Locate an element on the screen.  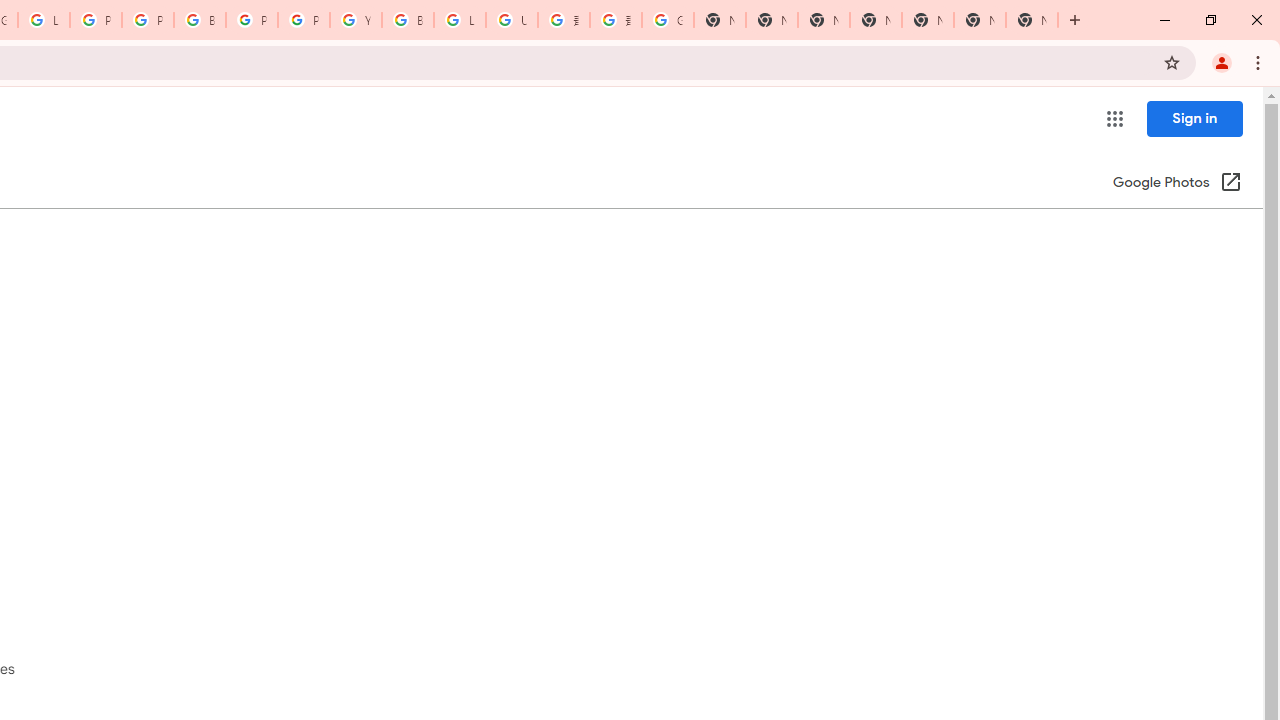
'Privacy Help Center - Policies Help' is located at coordinates (95, 20).